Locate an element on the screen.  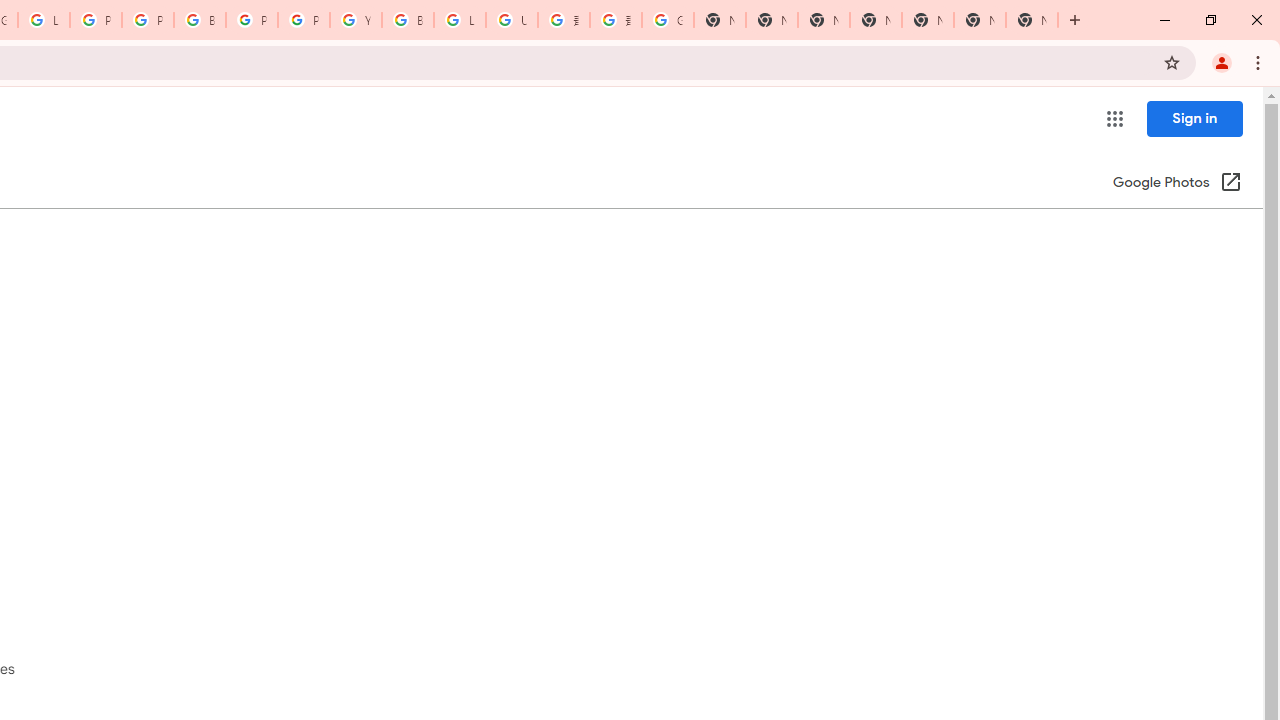
'Privacy Help Center - Policies Help' is located at coordinates (95, 20).